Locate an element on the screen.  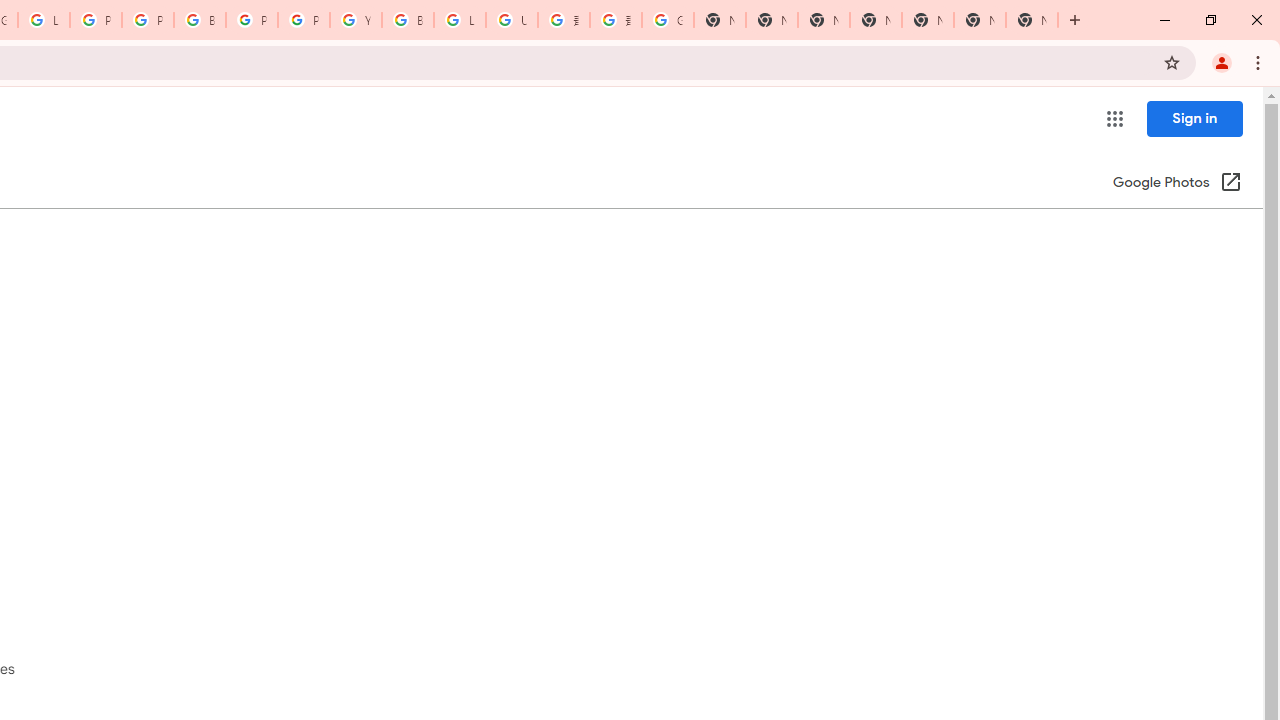
'Privacy Help Center - Policies Help' is located at coordinates (95, 20).